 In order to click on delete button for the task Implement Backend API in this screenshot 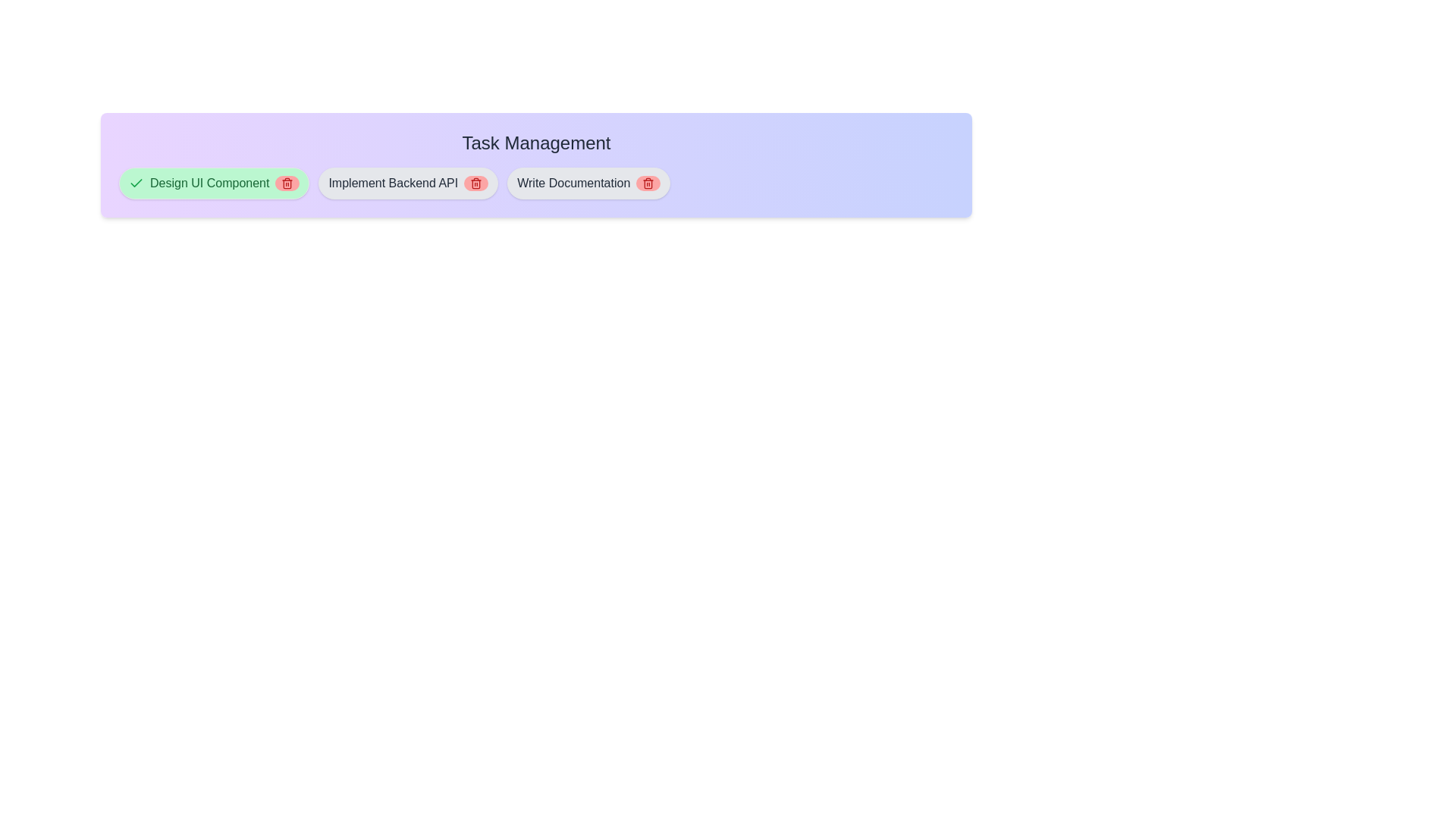, I will do `click(475, 183)`.